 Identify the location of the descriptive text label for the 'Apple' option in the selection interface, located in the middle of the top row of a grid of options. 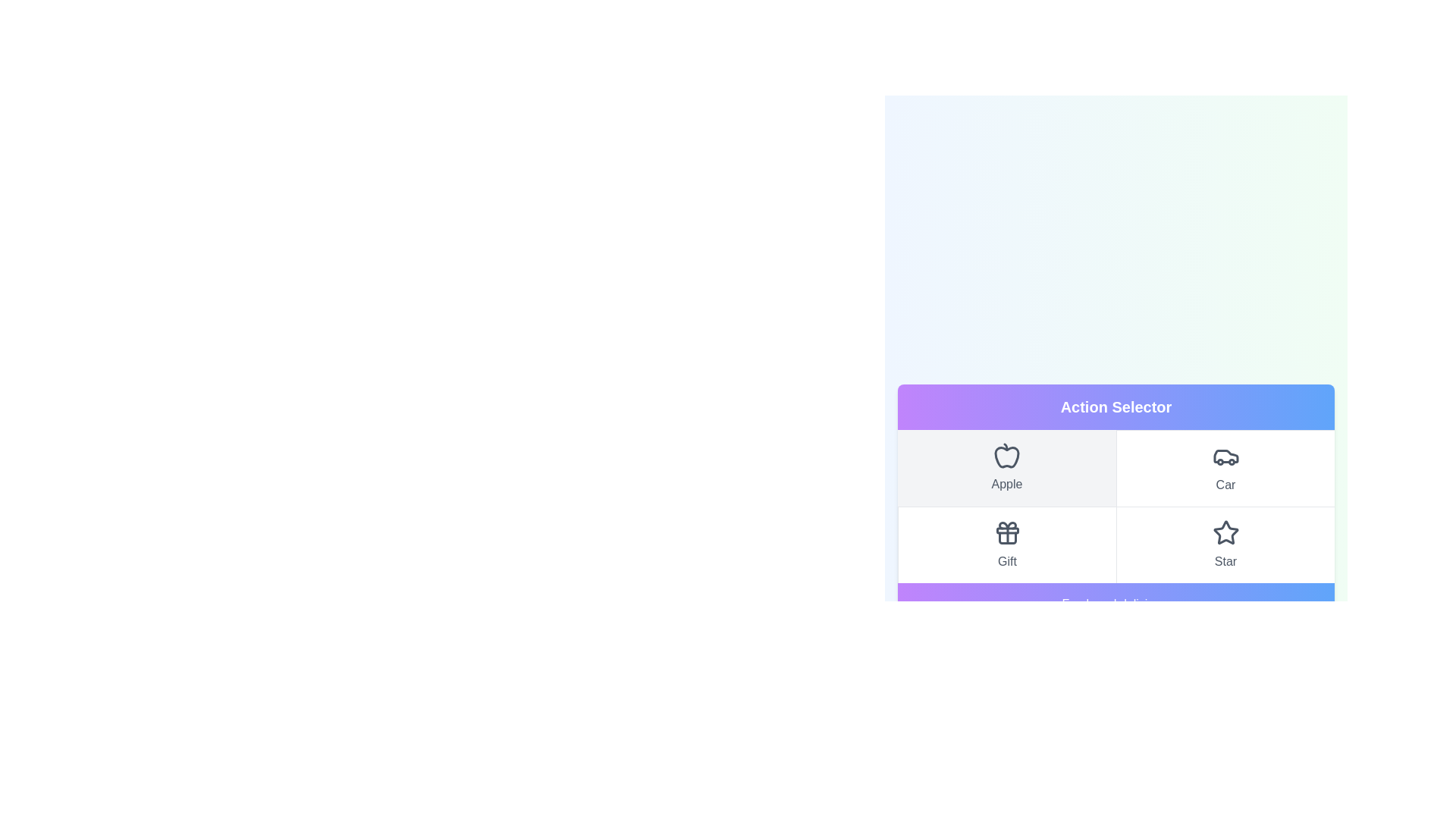
(1007, 485).